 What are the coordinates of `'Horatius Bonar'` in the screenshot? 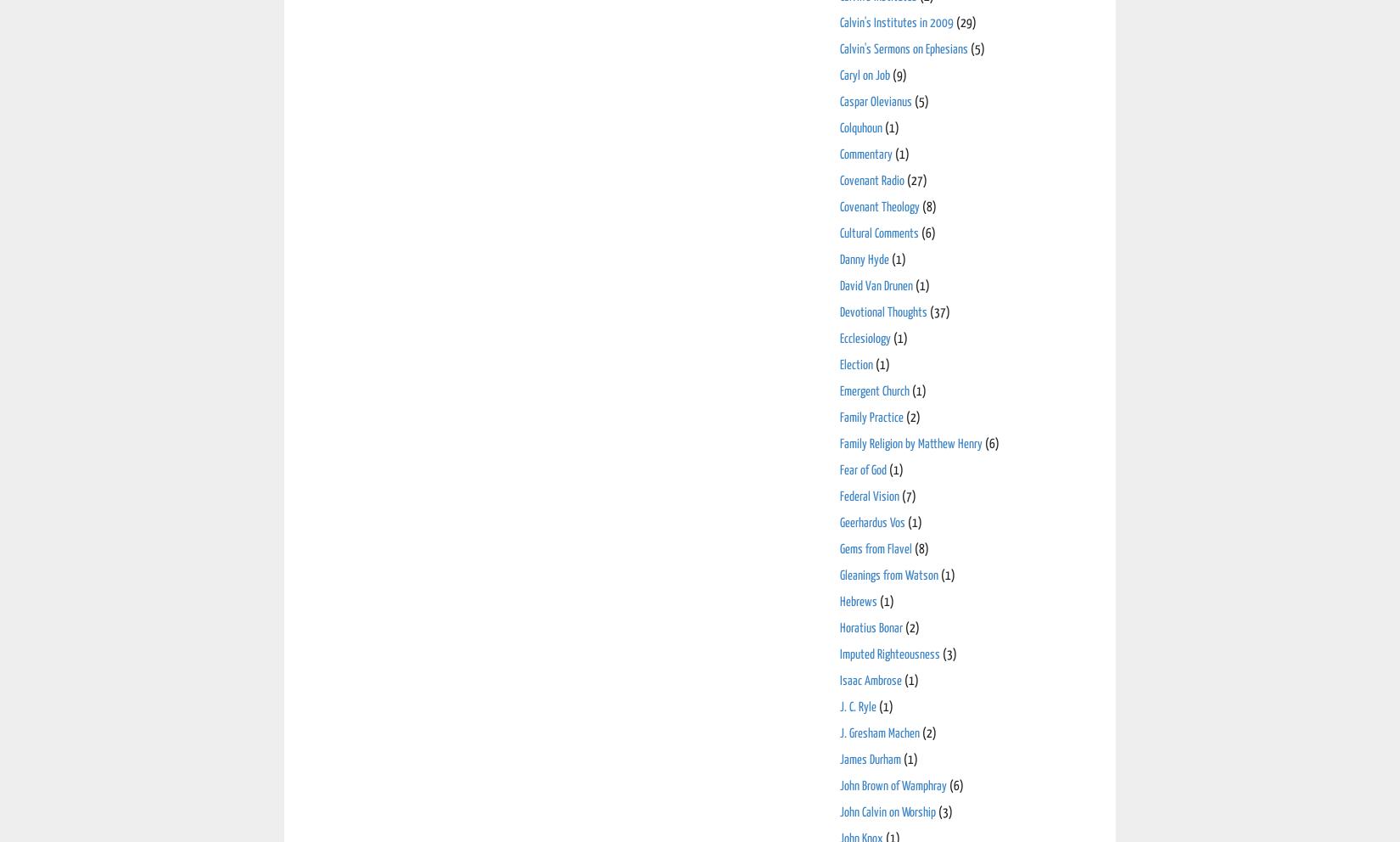 It's located at (871, 627).